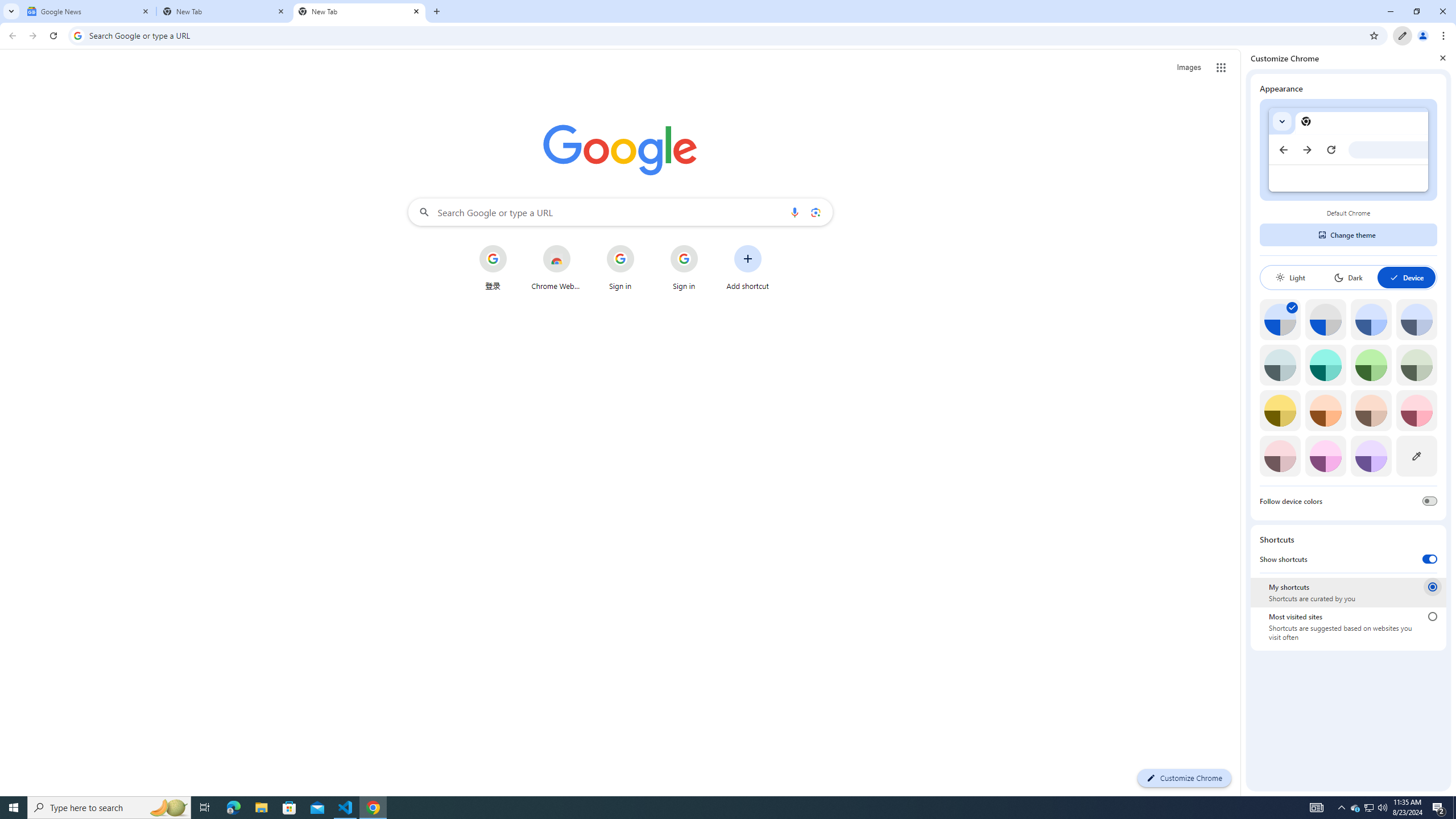 The width and height of the screenshot is (1456, 819). Describe the element at coordinates (1280, 318) in the screenshot. I see `'Default color'` at that location.